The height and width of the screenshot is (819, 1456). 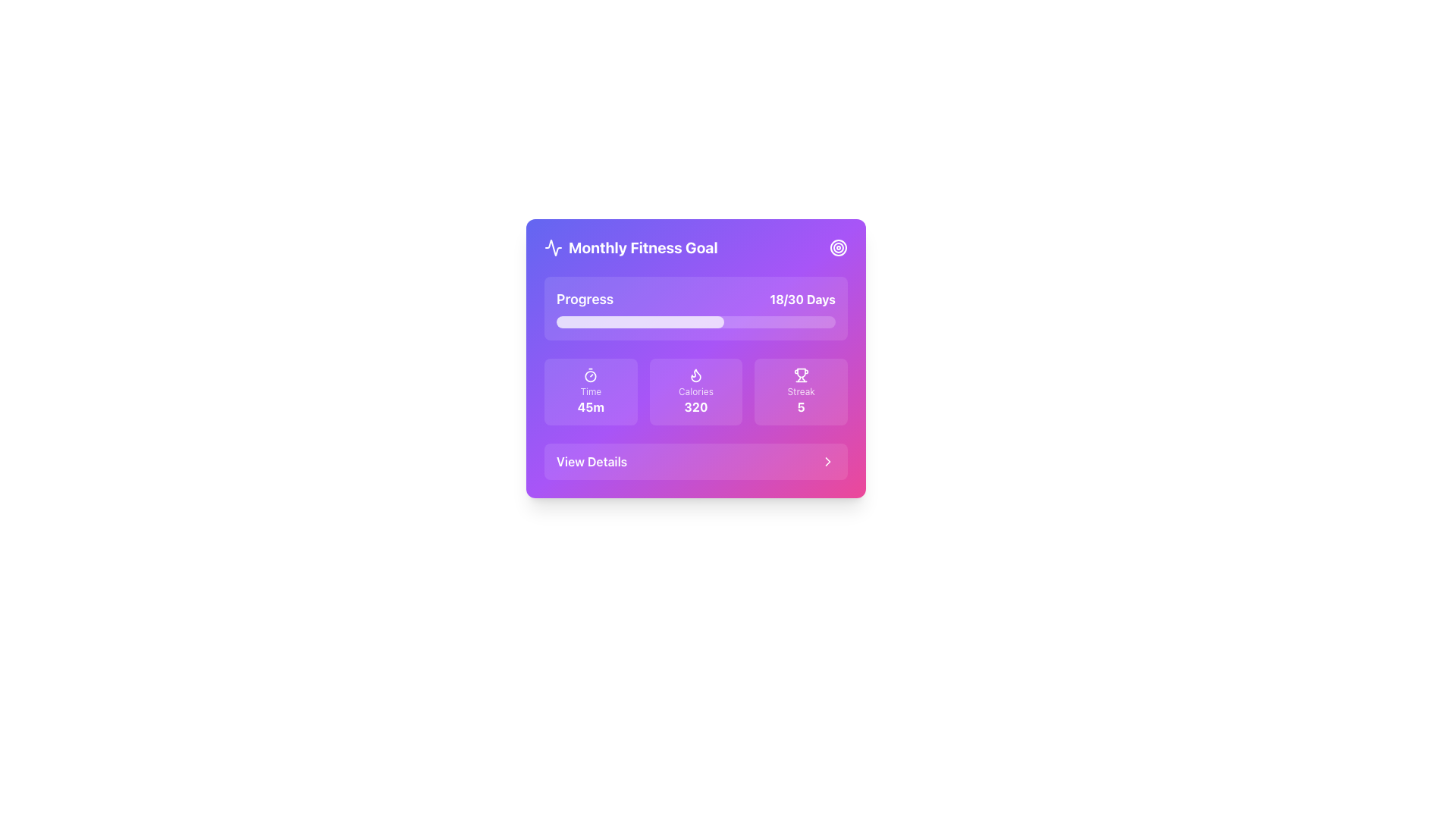 I want to click on the interactive button located below the statistics cards for 'Time', 'Calories', and 'Streak', so click(x=695, y=461).